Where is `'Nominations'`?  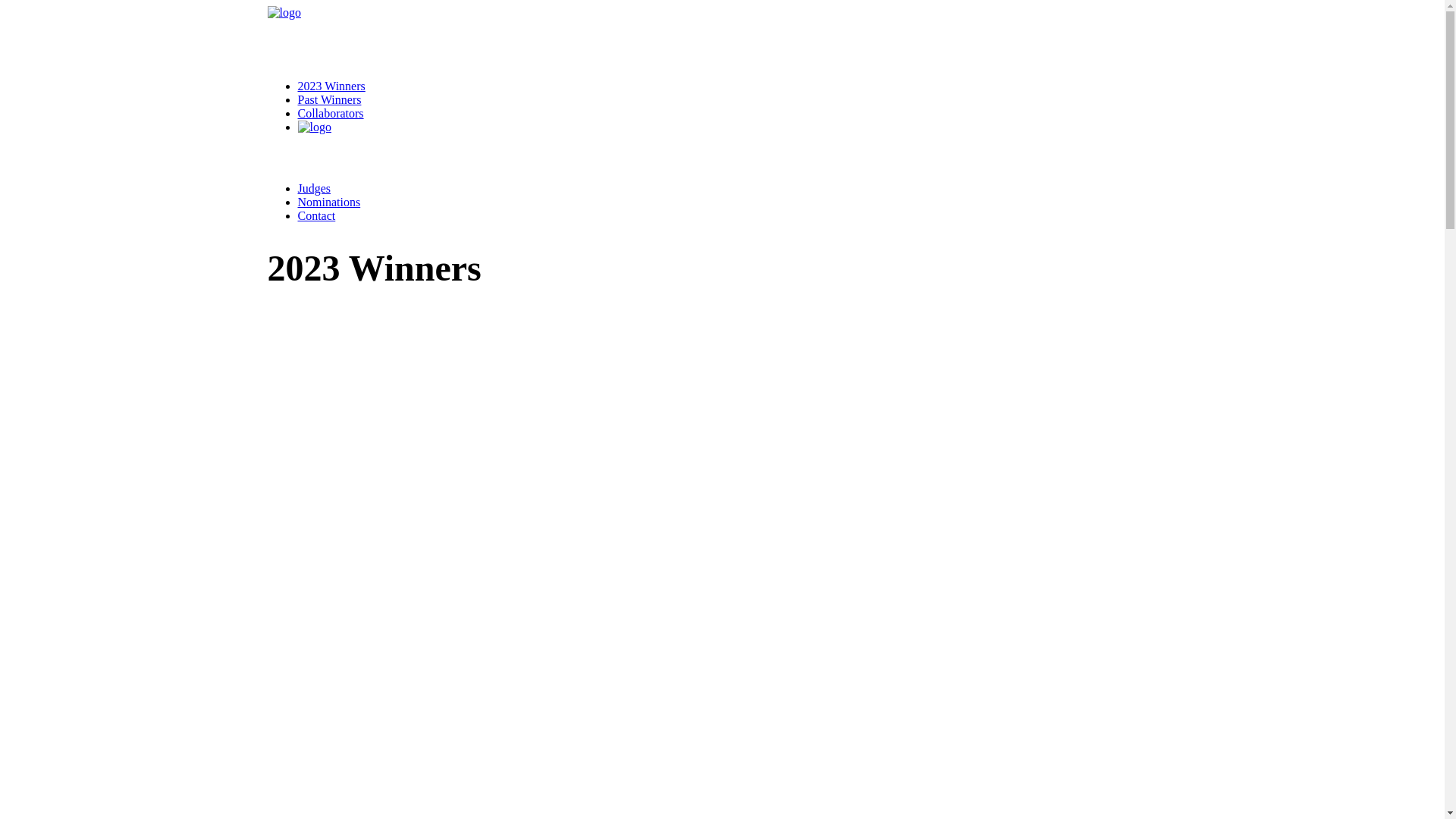 'Nominations' is located at coordinates (297, 201).